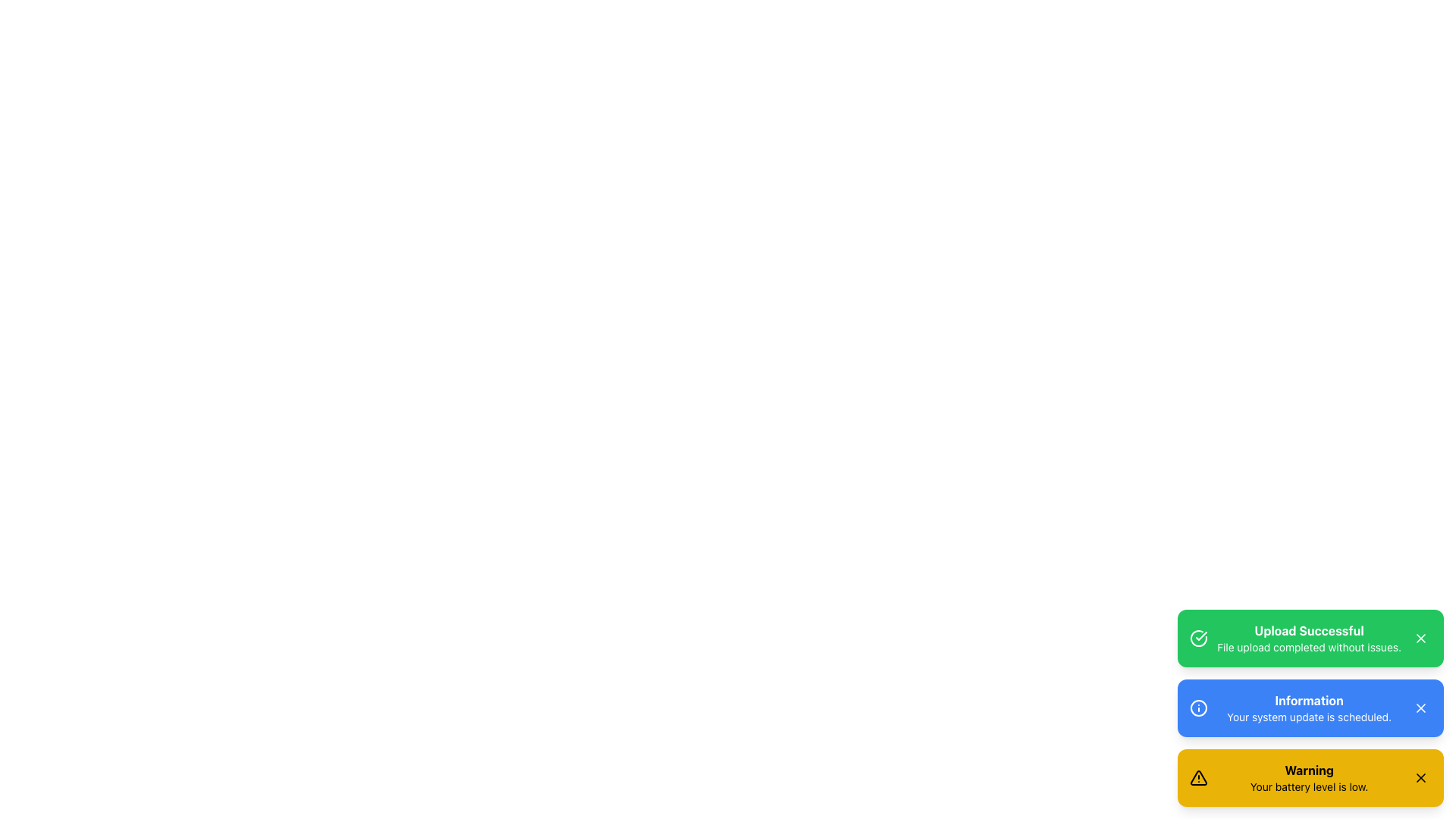  Describe the element at coordinates (1308, 638) in the screenshot. I see `message from the notification indicating that the file upload operation has been completed successfully, which is displayed at the top of the notification stack within a green card` at that location.